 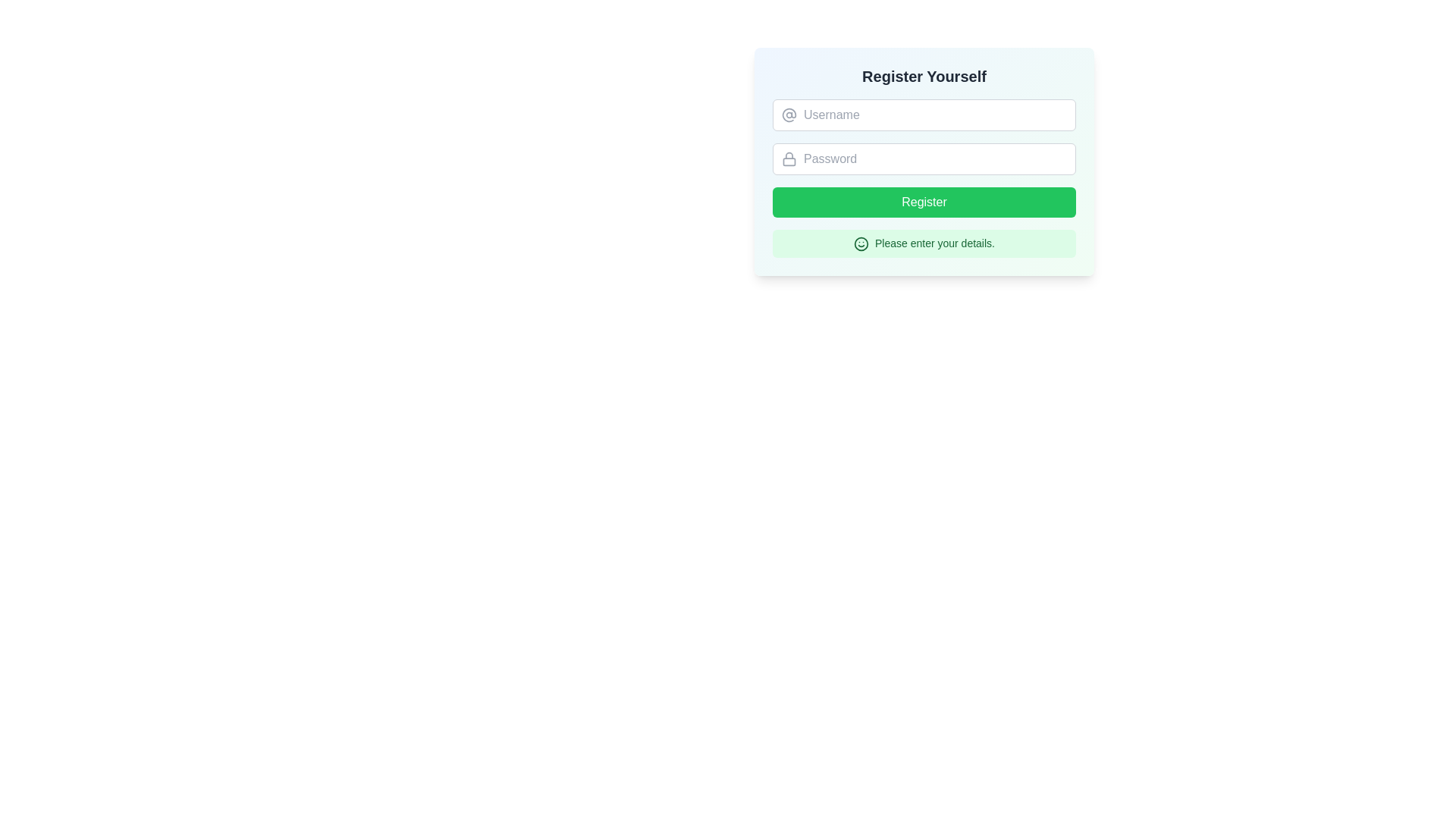 What do you see at coordinates (924, 242) in the screenshot?
I see `text from the informational message or notification box located below the green 'Register' button within a bordered card-like structure` at bounding box center [924, 242].